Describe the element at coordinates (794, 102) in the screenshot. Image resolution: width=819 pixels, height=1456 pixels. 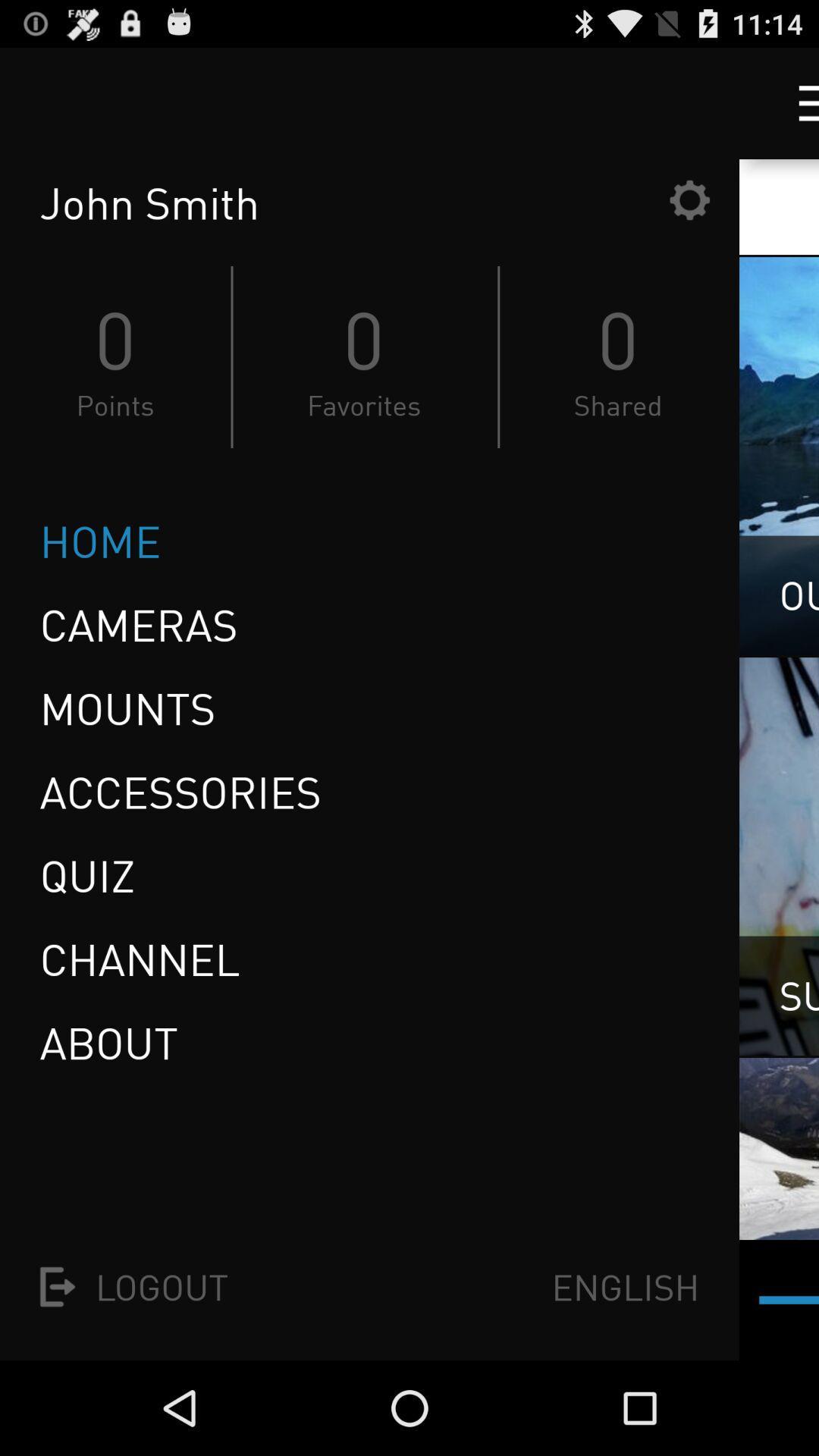
I see `more options button` at that location.